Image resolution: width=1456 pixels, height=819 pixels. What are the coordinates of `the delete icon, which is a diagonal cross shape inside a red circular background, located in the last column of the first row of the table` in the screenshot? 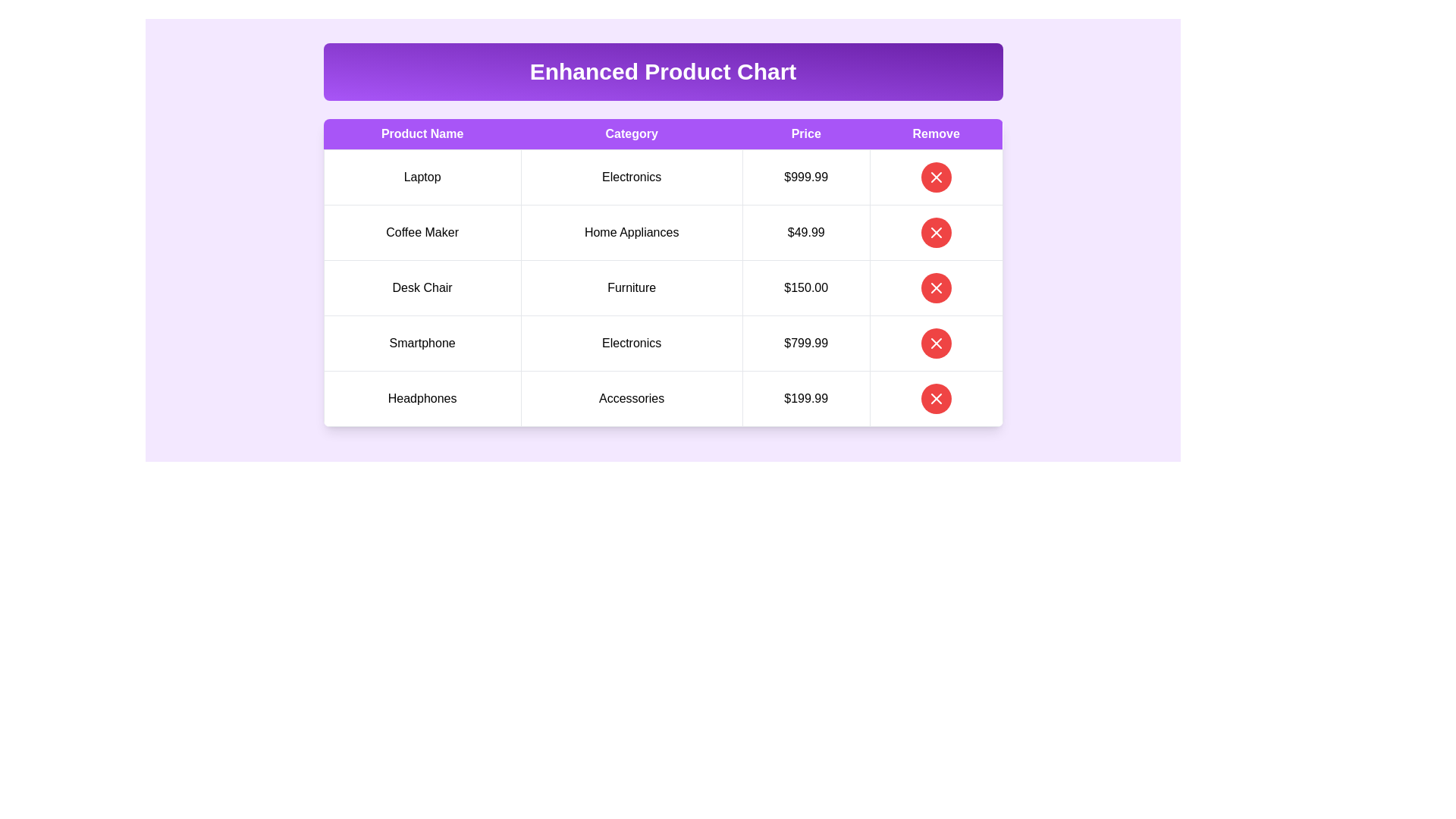 It's located at (935, 288).